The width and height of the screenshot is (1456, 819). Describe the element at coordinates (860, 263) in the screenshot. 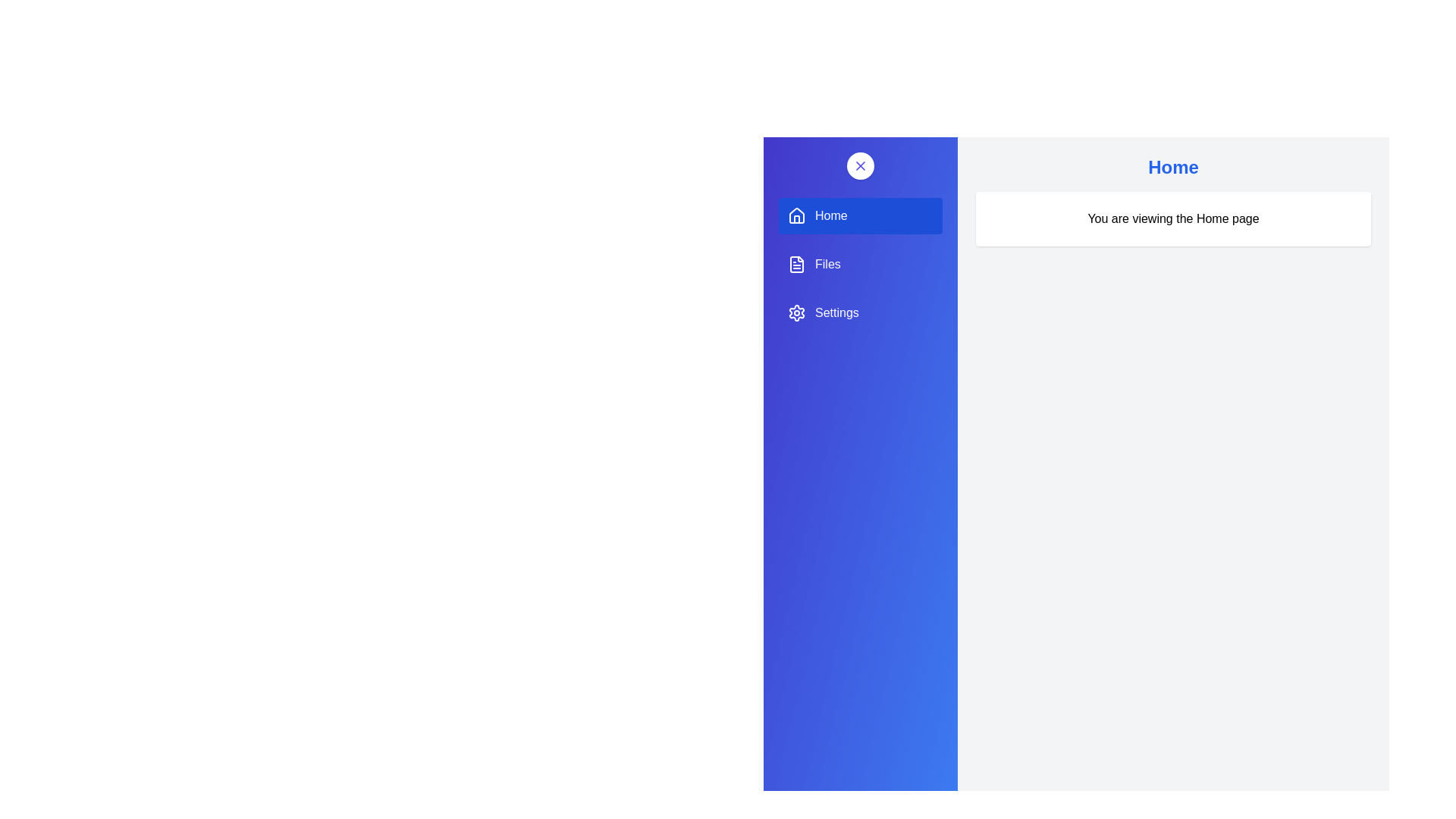

I see `the menu item Files to observe its hover effect` at that location.